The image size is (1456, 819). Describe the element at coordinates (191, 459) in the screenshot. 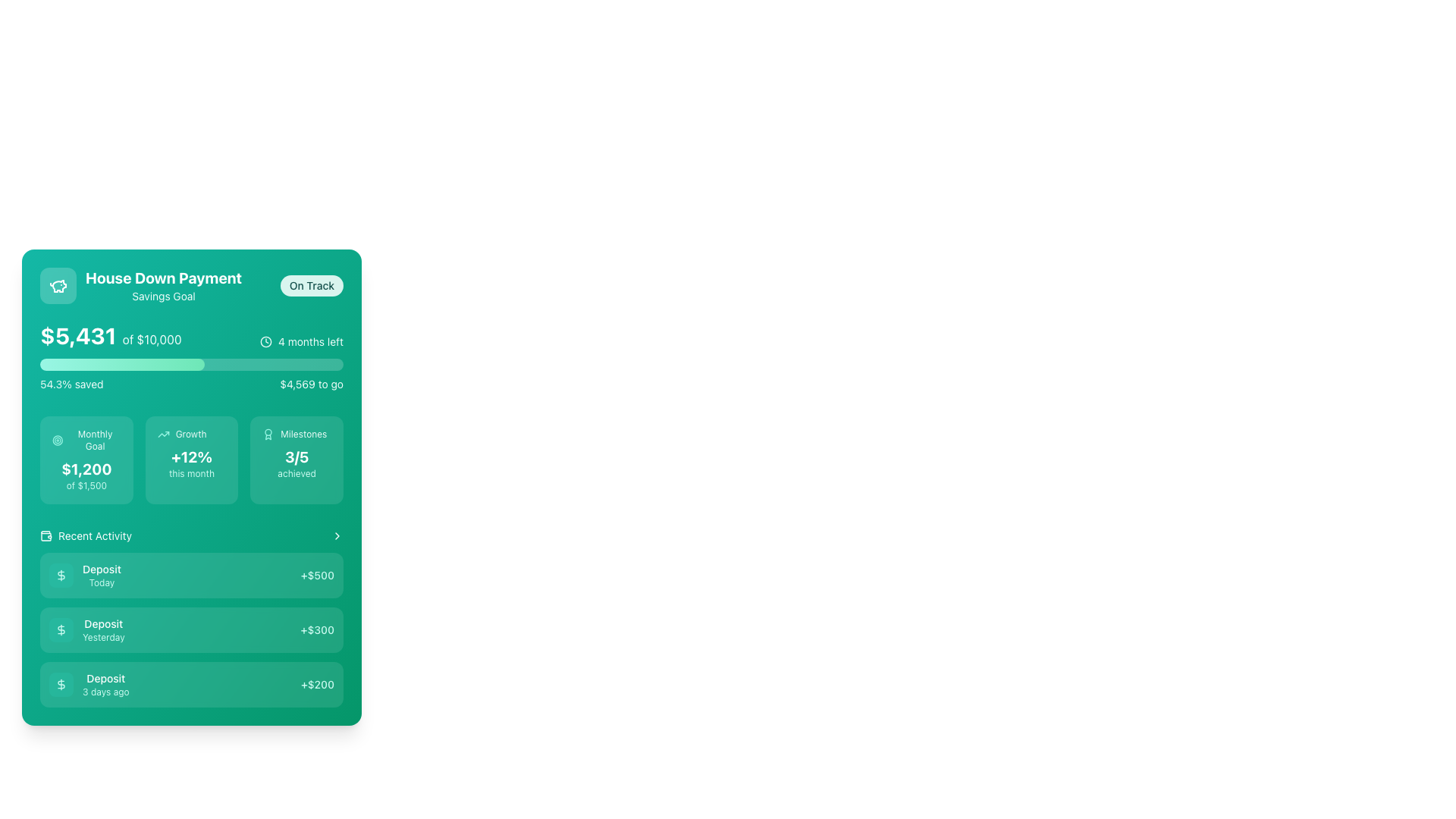

I see `the Information Card, which displays the monthly growth summary and is positioned second in a row of three cards, between the 'Monthly Goal' card on the left and the 'Milestones' card on the right` at that location.